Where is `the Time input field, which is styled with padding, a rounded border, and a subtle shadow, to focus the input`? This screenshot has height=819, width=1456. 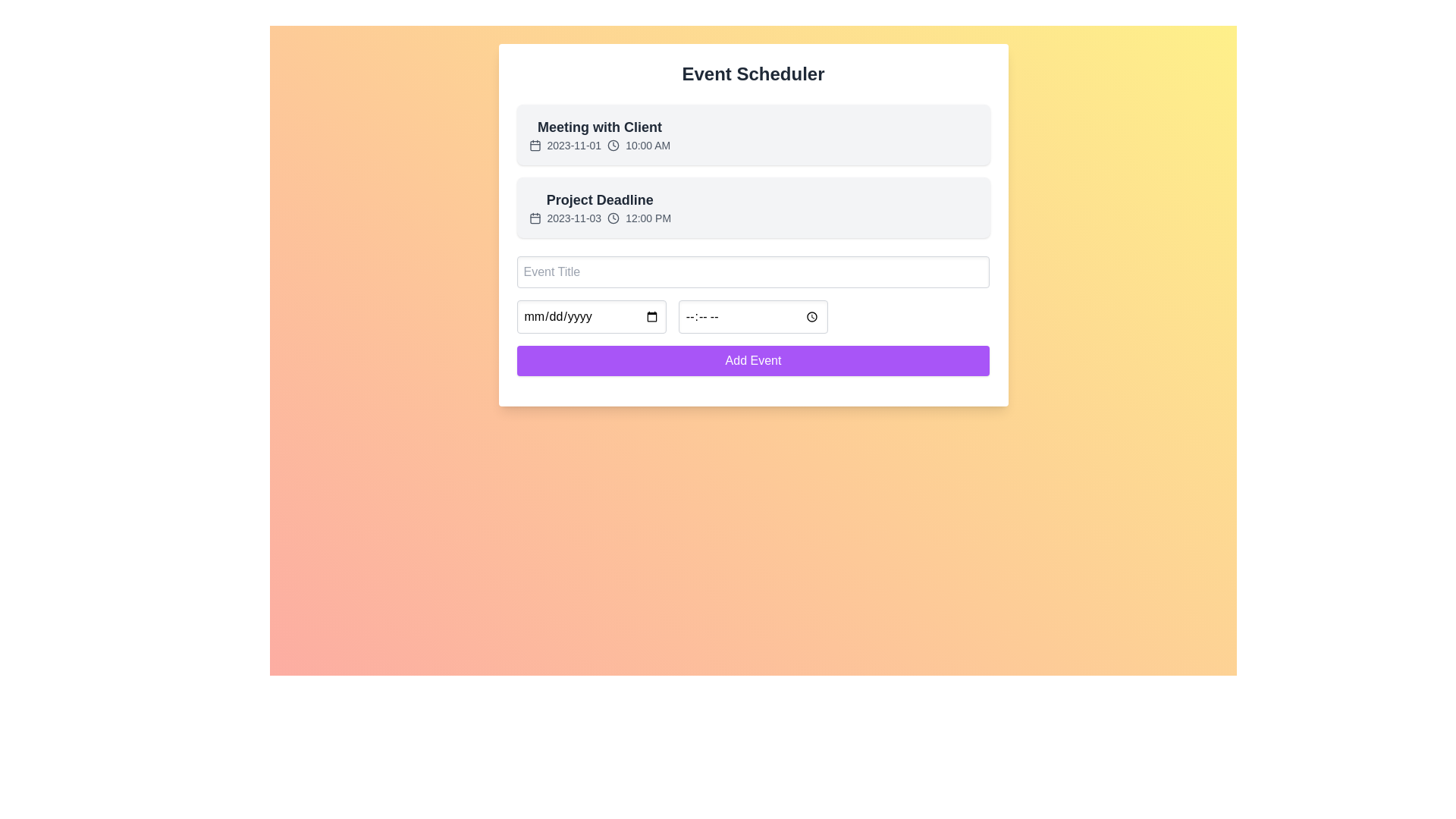
the Time input field, which is styled with padding, a rounded border, and a subtle shadow, to focus the input is located at coordinates (753, 315).